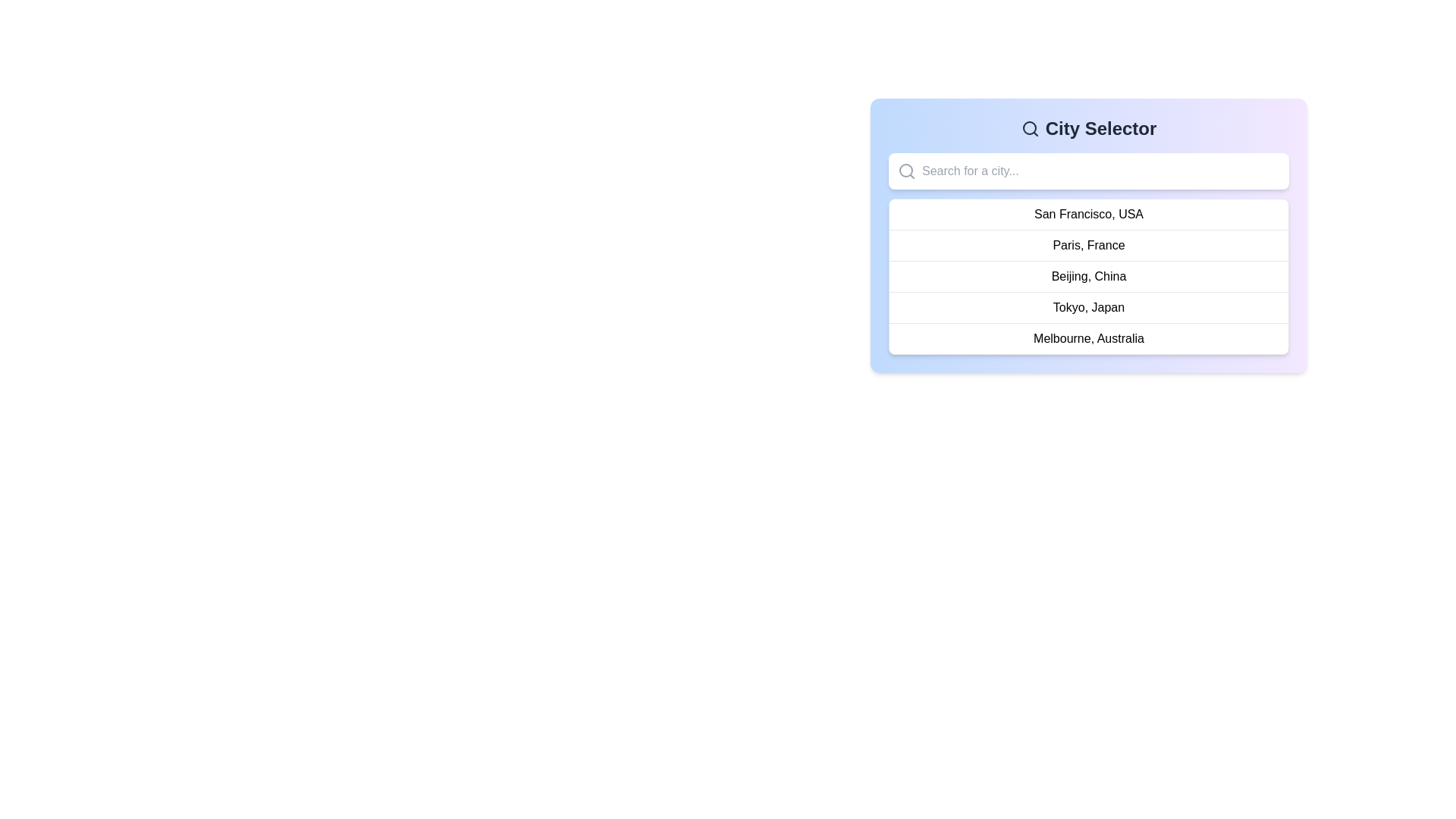  Describe the element at coordinates (1087, 236) in the screenshot. I see `the 'Paris, France' option in the city selector dropdown` at that location.